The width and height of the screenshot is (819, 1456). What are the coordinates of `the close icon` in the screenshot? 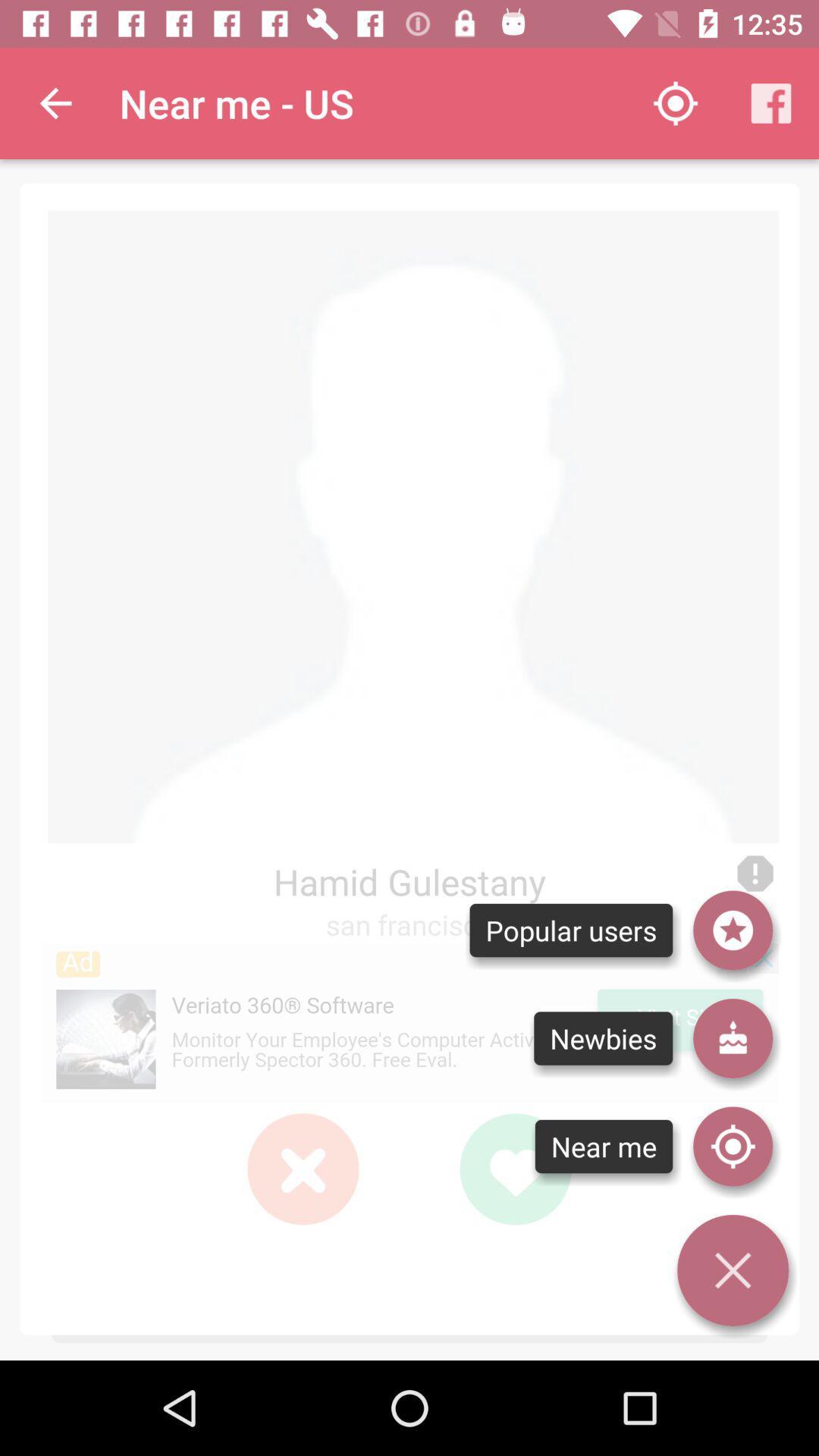 It's located at (732, 1270).